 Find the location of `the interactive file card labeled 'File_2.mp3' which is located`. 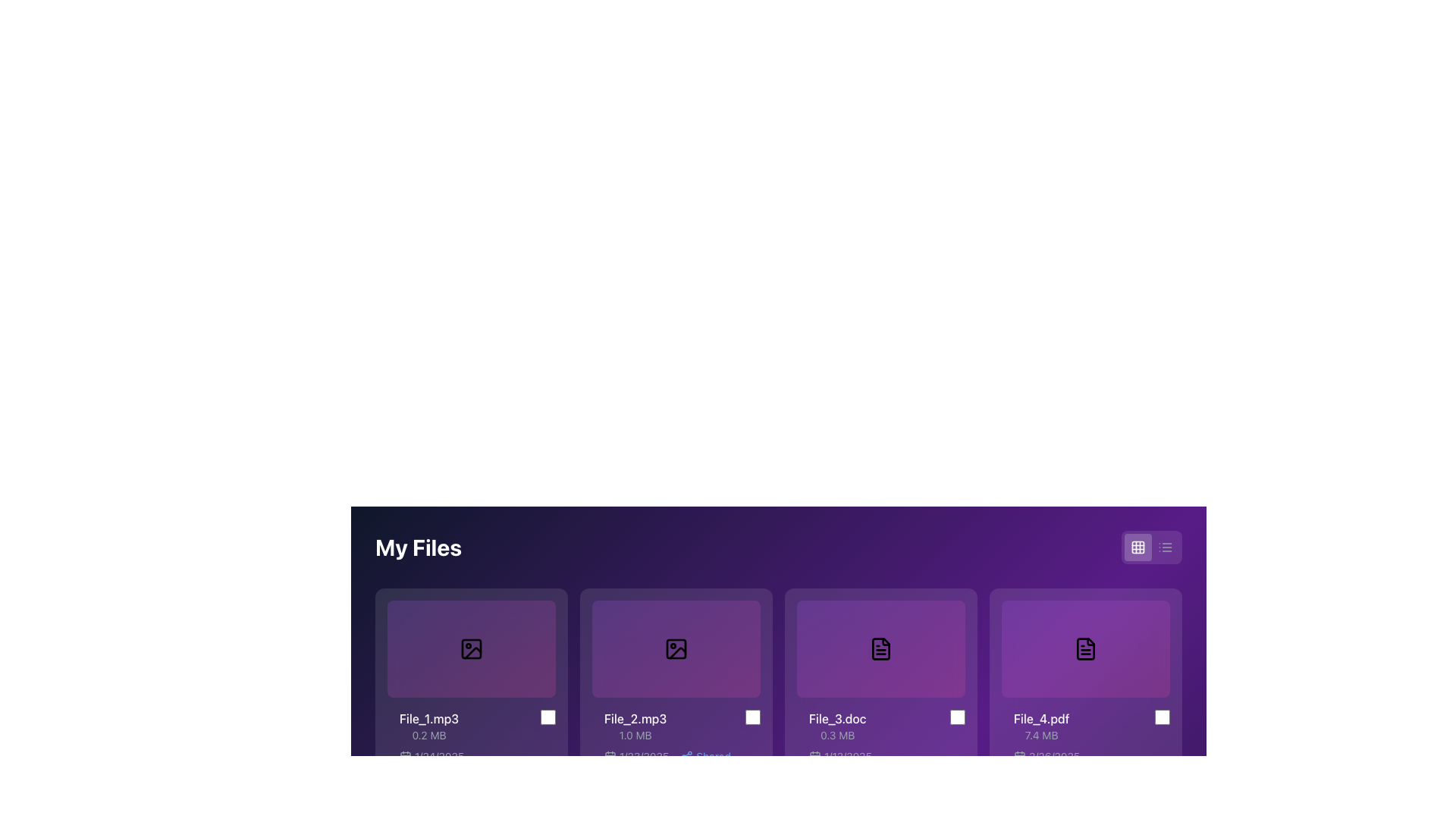

the interactive file card labeled 'File_2.mp3' which is located is located at coordinates (676, 681).